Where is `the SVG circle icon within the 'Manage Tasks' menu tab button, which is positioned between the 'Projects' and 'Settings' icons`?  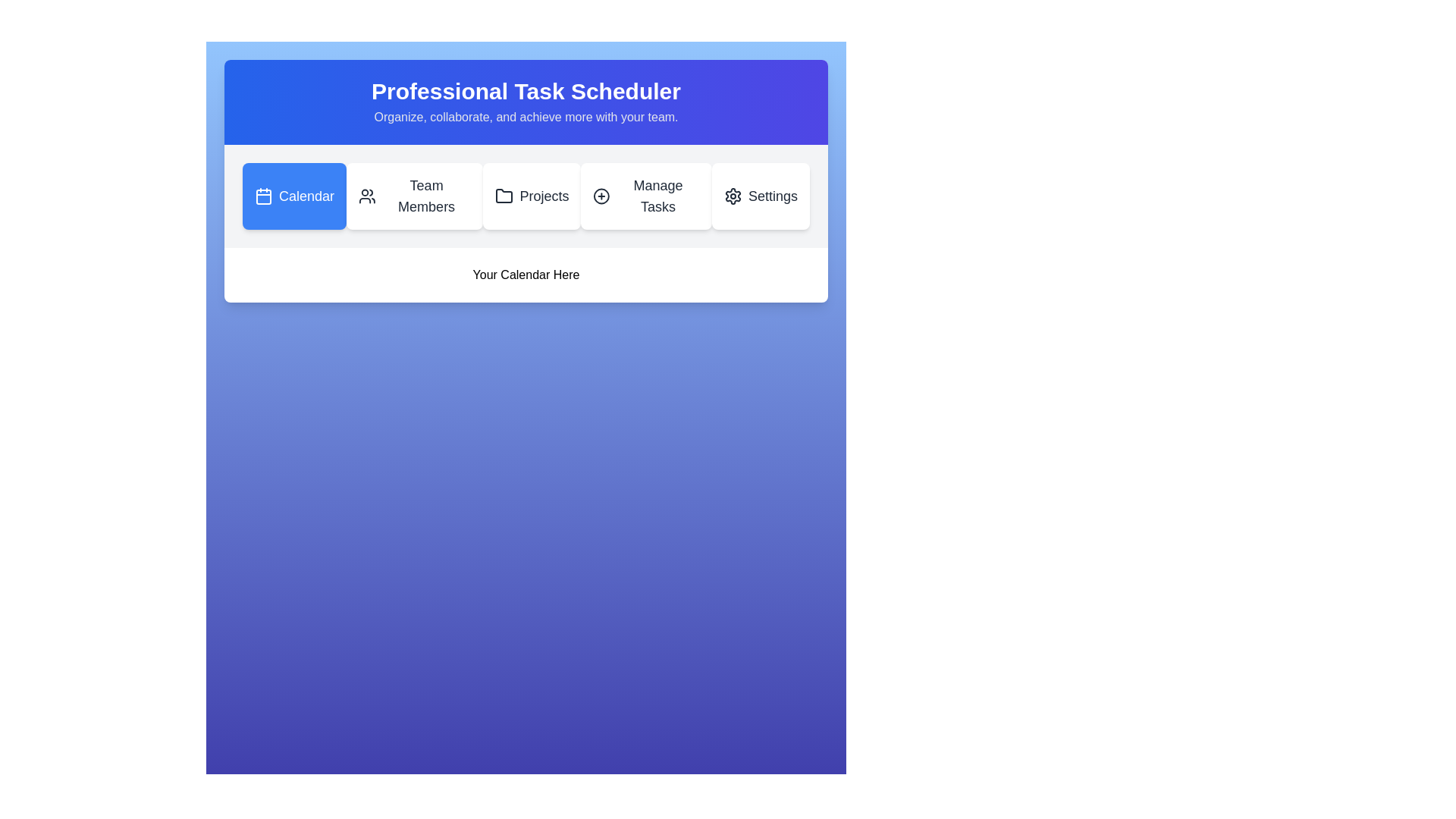
the SVG circle icon within the 'Manage Tasks' menu tab button, which is positioned between the 'Projects' and 'Settings' icons is located at coordinates (601, 195).